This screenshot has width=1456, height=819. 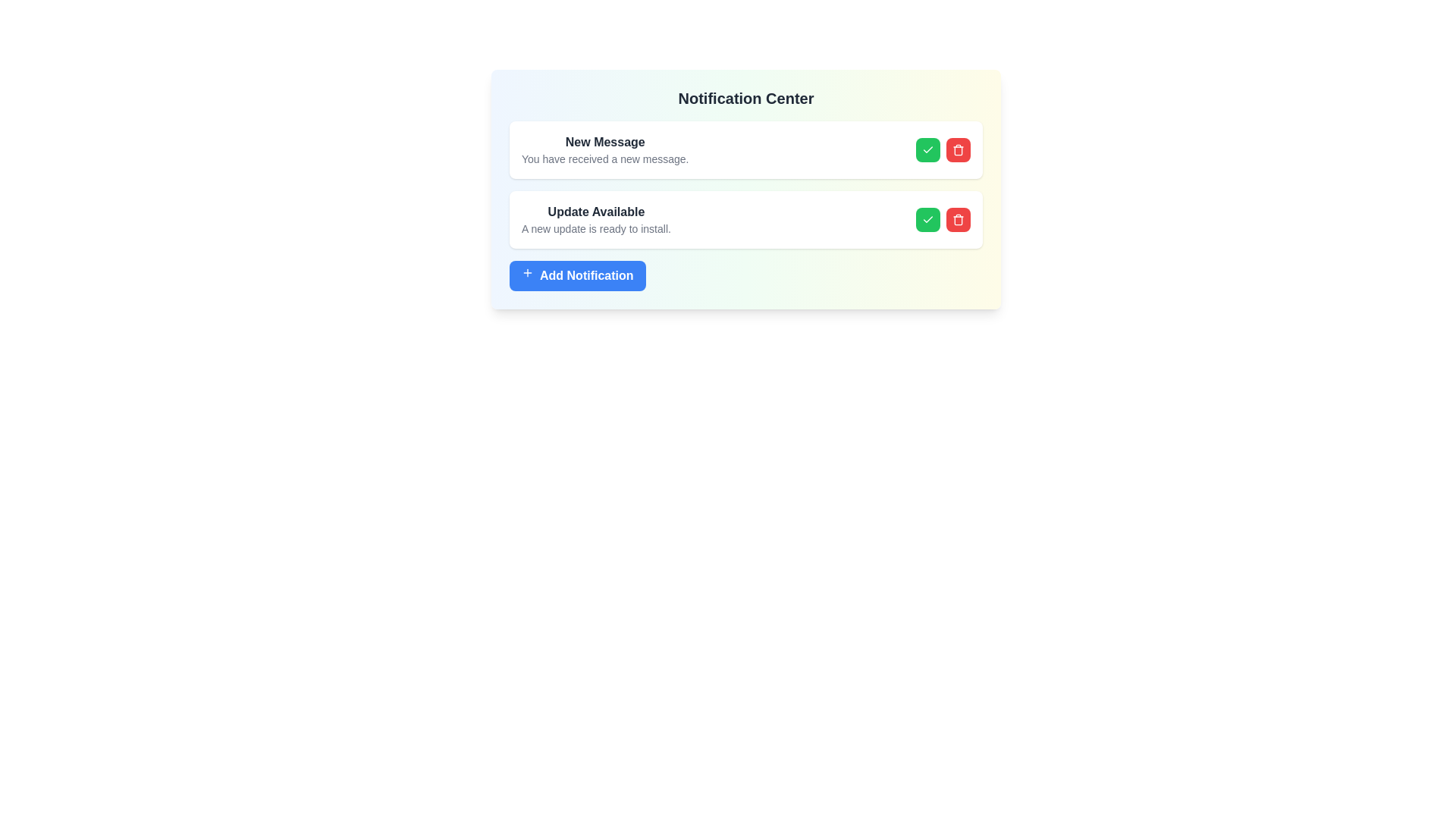 What do you see at coordinates (604, 143) in the screenshot?
I see `the bolded, dark-gray text label displaying 'New Message', which is located in the notification center above the lighter text 'You have received a new message.'` at bounding box center [604, 143].